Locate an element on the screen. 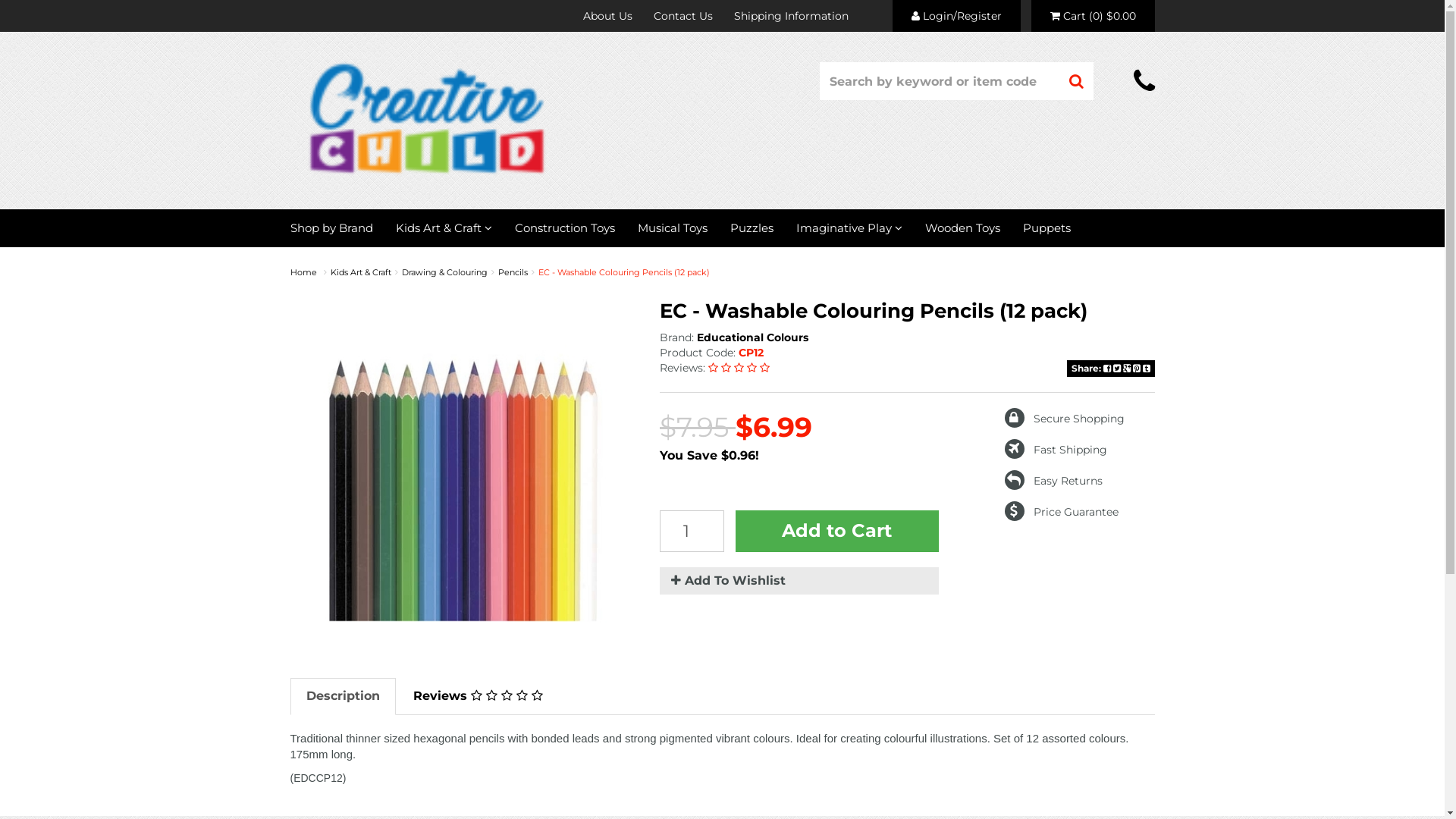 Image resolution: width=1456 pixels, height=819 pixels. 'About Us' is located at coordinates (607, 15).